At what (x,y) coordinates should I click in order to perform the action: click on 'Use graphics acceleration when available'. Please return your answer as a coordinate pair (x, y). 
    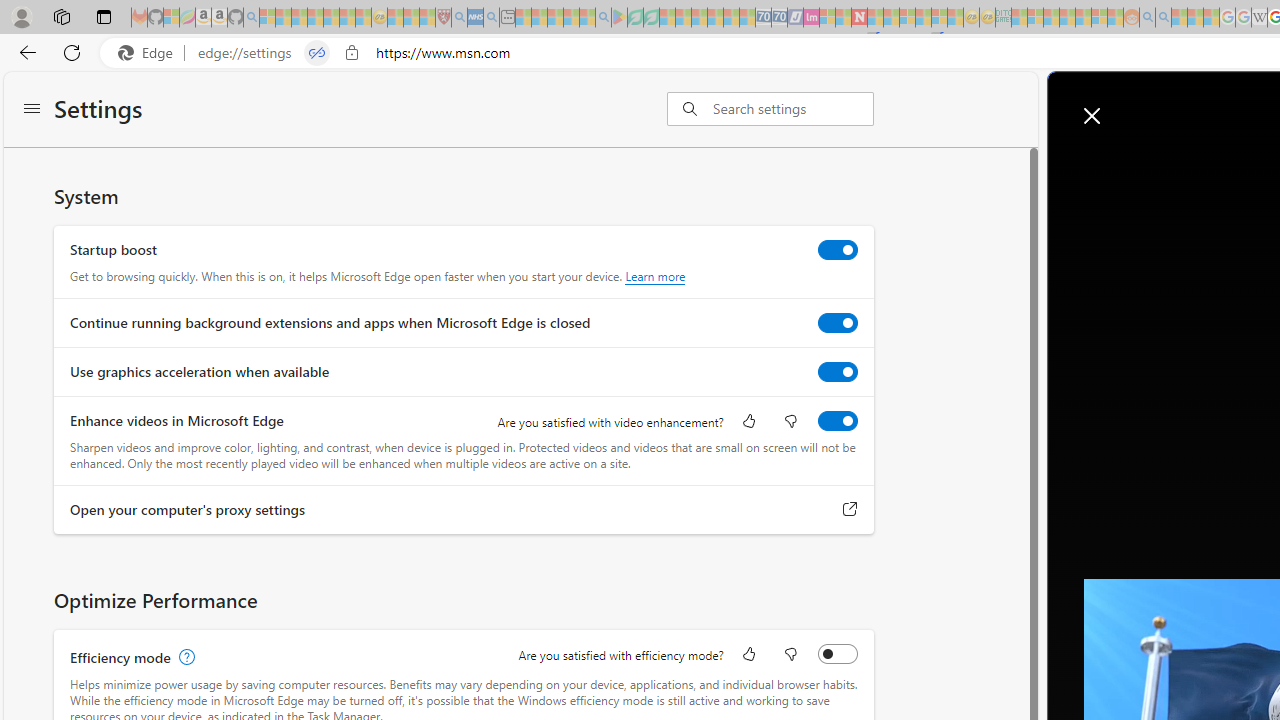
    Looking at the image, I should click on (837, 372).